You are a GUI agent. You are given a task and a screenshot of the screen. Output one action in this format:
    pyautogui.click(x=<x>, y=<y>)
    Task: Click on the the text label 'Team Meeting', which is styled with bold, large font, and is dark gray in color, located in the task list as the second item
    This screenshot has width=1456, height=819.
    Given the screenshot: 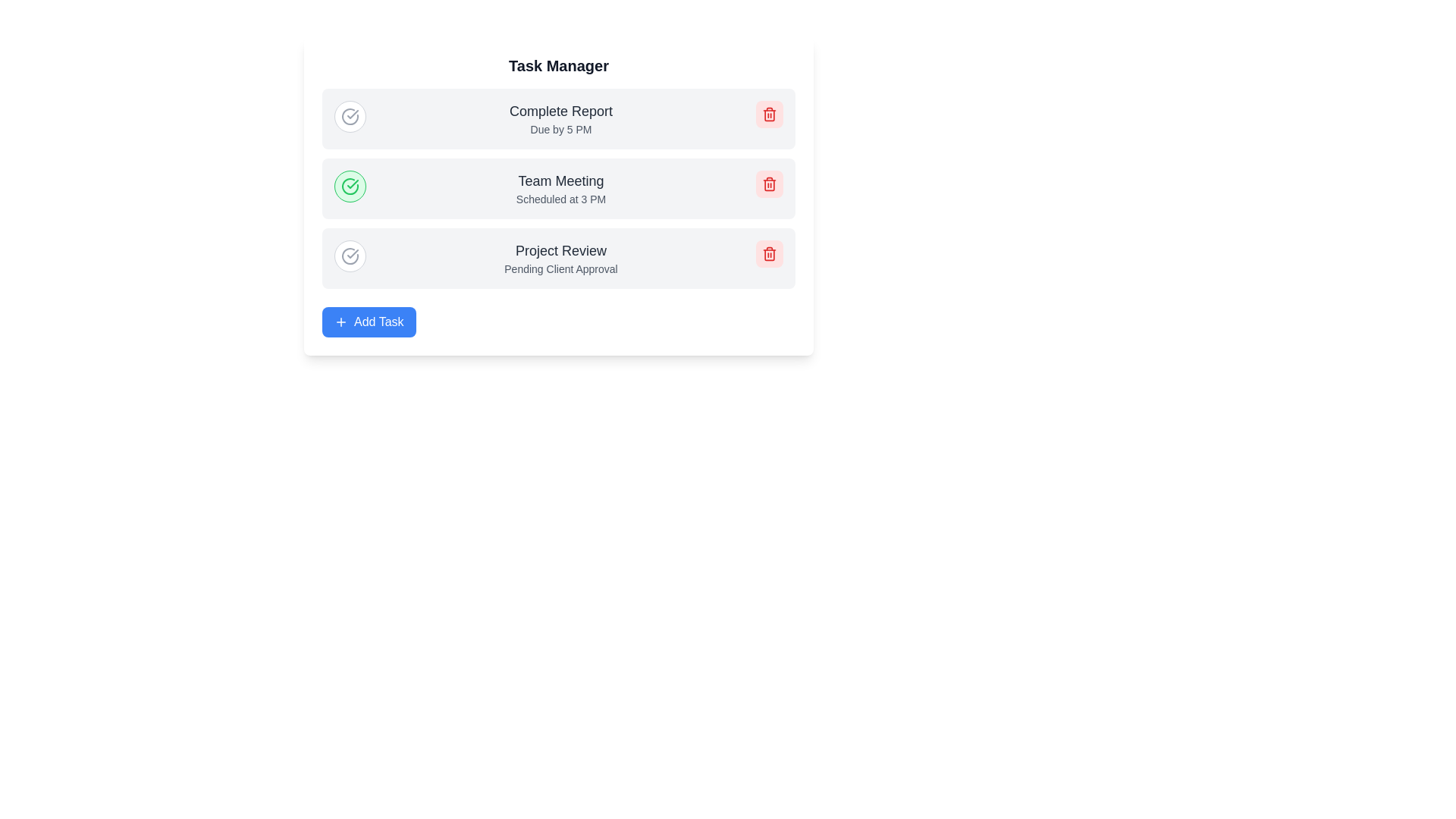 What is the action you would take?
    pyautogui.click(x=560, y=180)
    